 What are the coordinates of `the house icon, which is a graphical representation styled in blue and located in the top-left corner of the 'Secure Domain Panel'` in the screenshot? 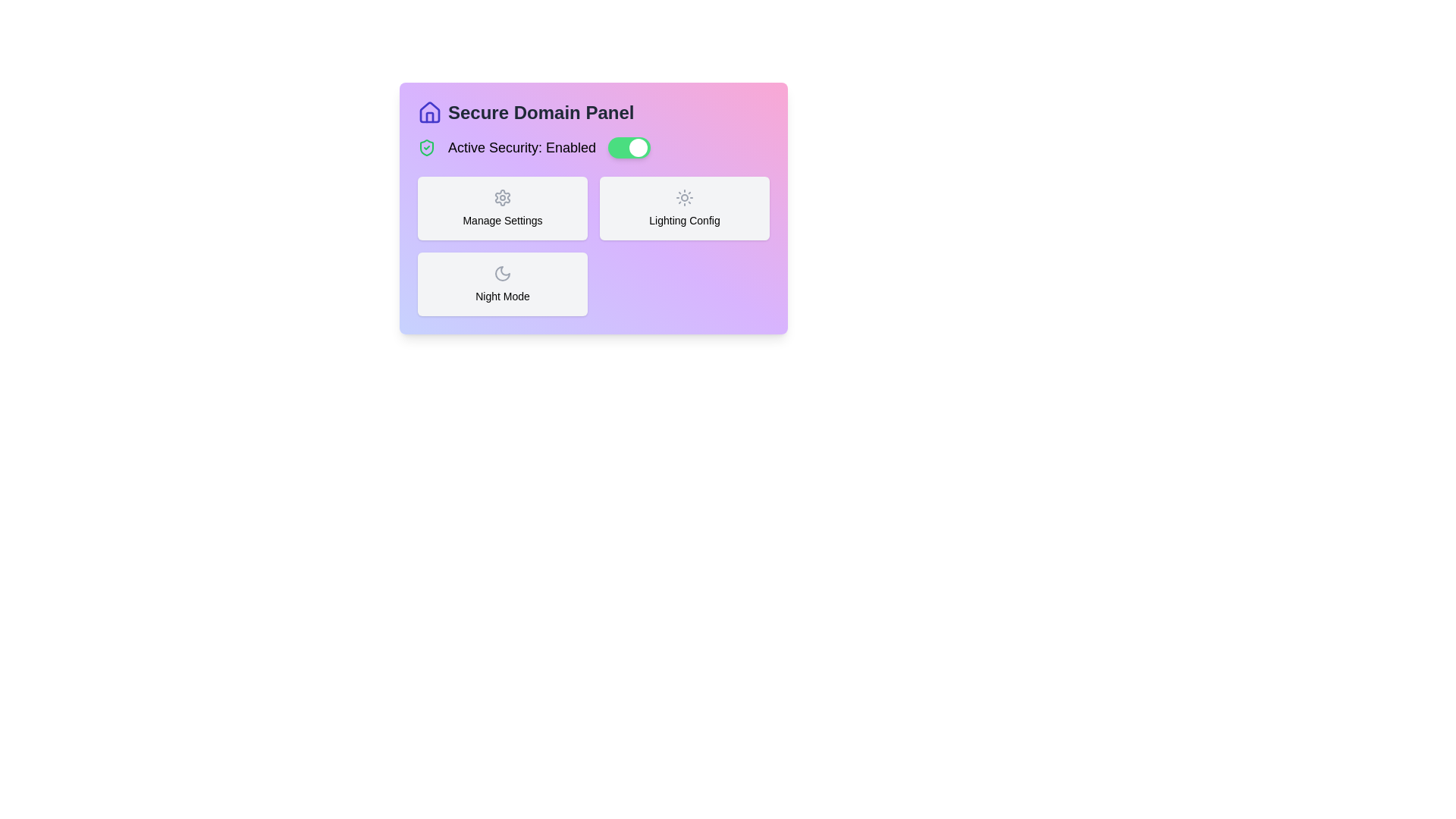 It's located at (428, 111).